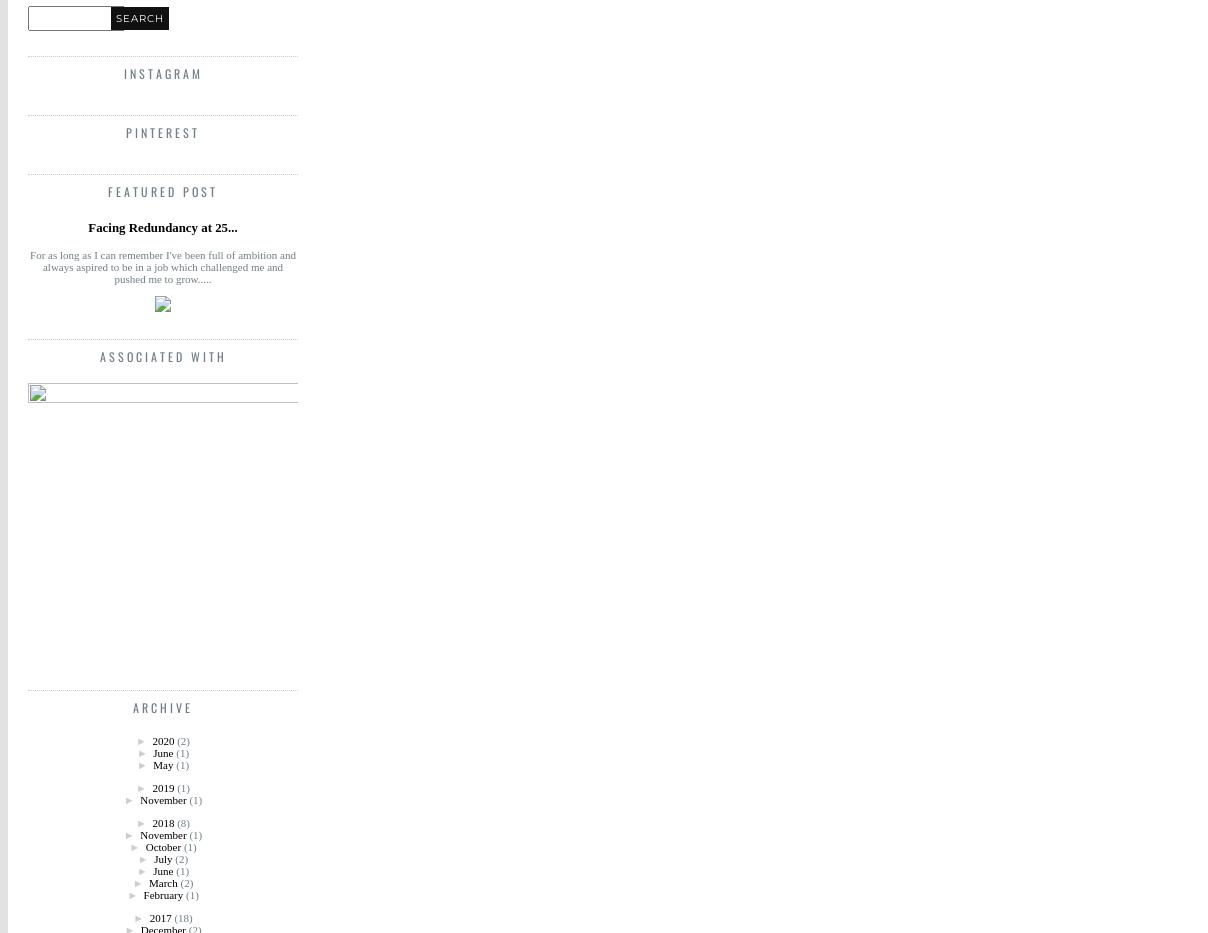  Describe the element at coordinates (162, 267) in the screenshot. I see `'For as long as I can remember I've been full of ambition and always aspired to be in a job which challenged me and pushed me to grow.....'` at that location.